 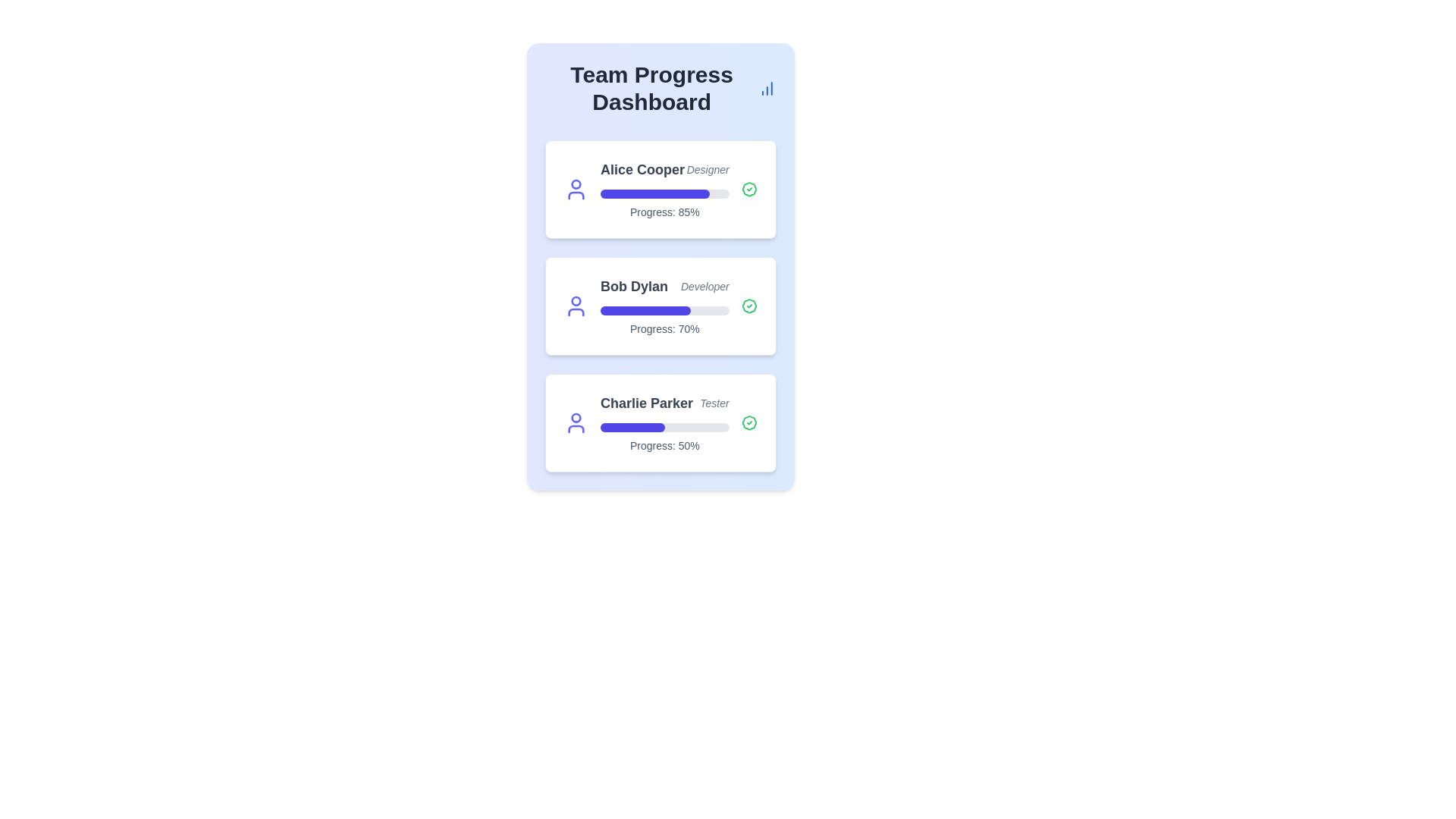 What do you see at coordinates (575, 189) in the screenshot?
I see `the small indigo user icon located at the left side of the card next to the text 'Alice Cooper' at the top of the vertical list in the dashboard` at bounding box center [575, 189].